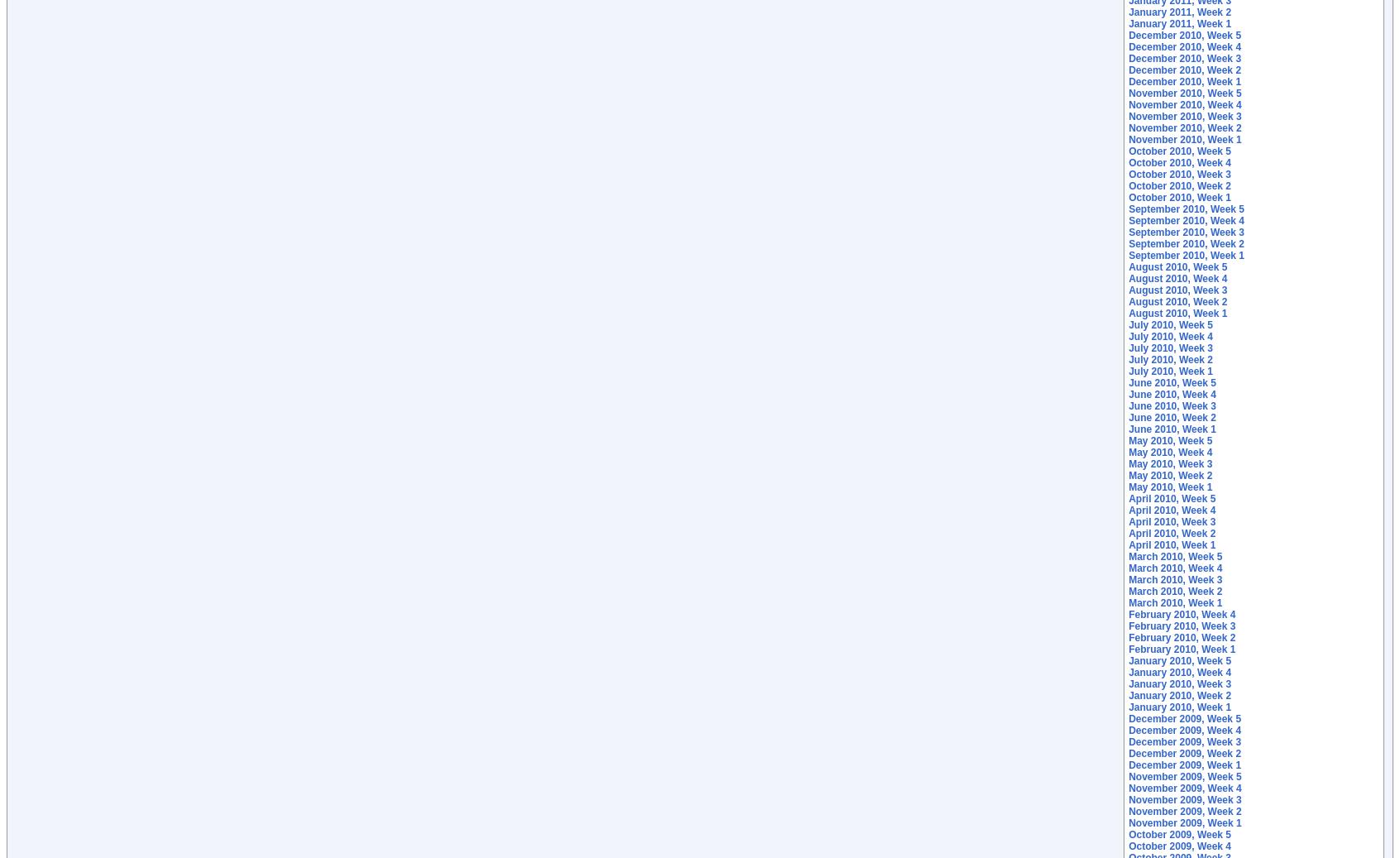 The image size is (1400, 858). What do you see at coordinates (1169, 476) in the screenshot?
I see `'May 2010, Week 2'` at bounding box center [1169, 476].